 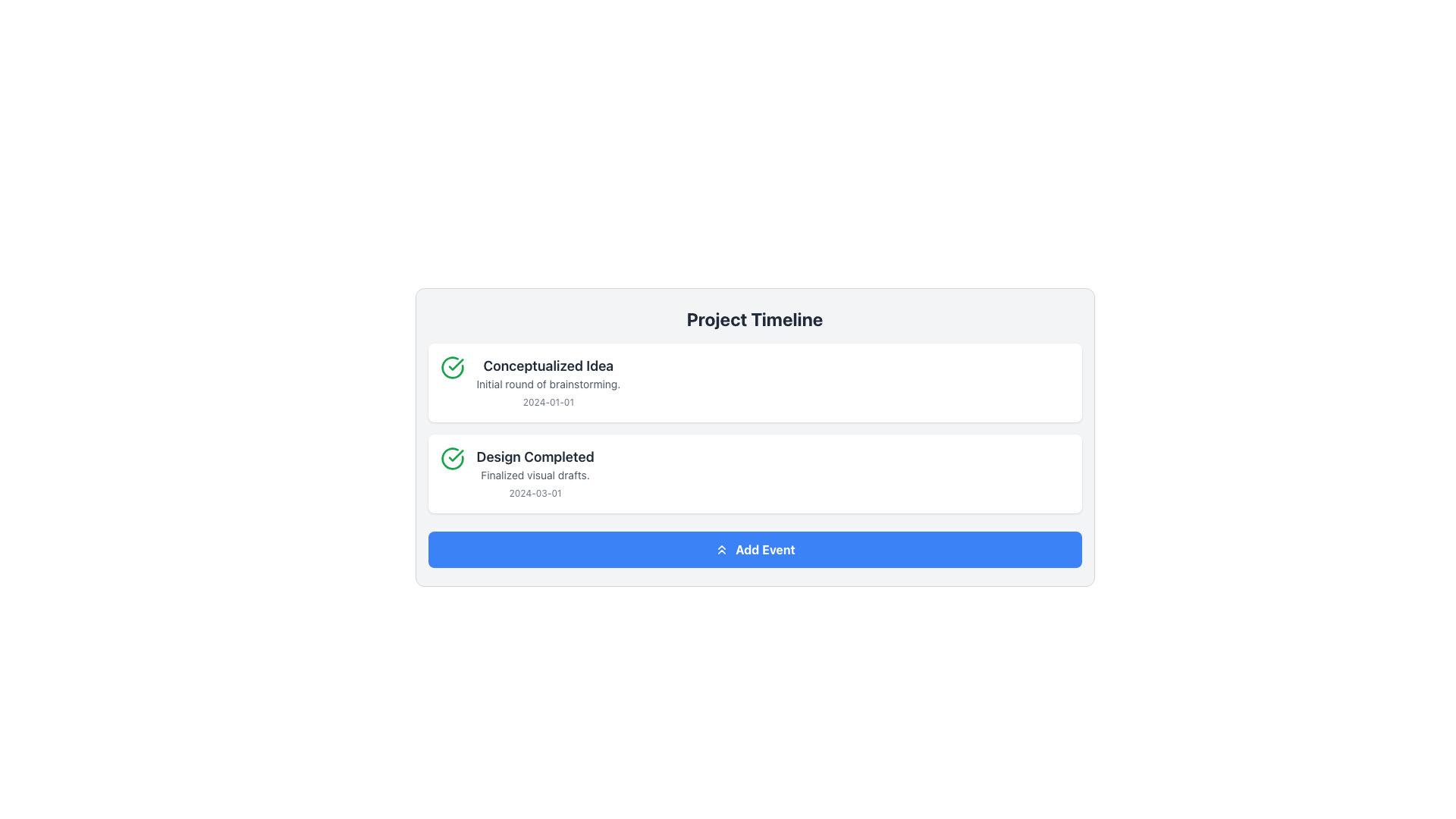 What do you see at coordinates (455, 365) in the screenshot?
I see `the green checkmark icon within its circular outline, which indicates completed steps, located to the left of 'Design Completed'` at bounding box center [455, 365].